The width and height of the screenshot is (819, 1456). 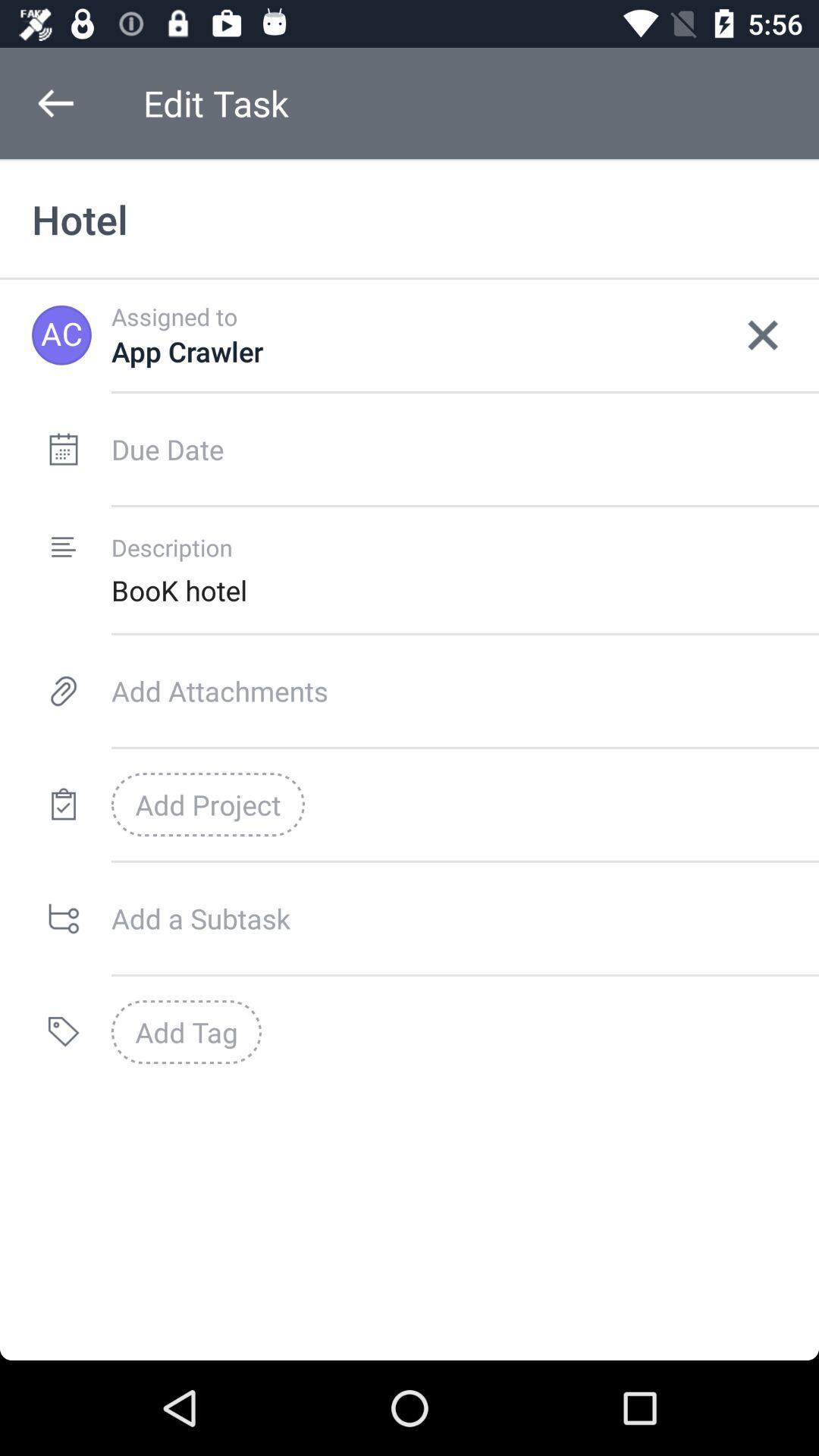 What do you see at coordinates (464, 918) in the screenshot?
I see `the icon above add tag icon` at bounding box center [464, 918].